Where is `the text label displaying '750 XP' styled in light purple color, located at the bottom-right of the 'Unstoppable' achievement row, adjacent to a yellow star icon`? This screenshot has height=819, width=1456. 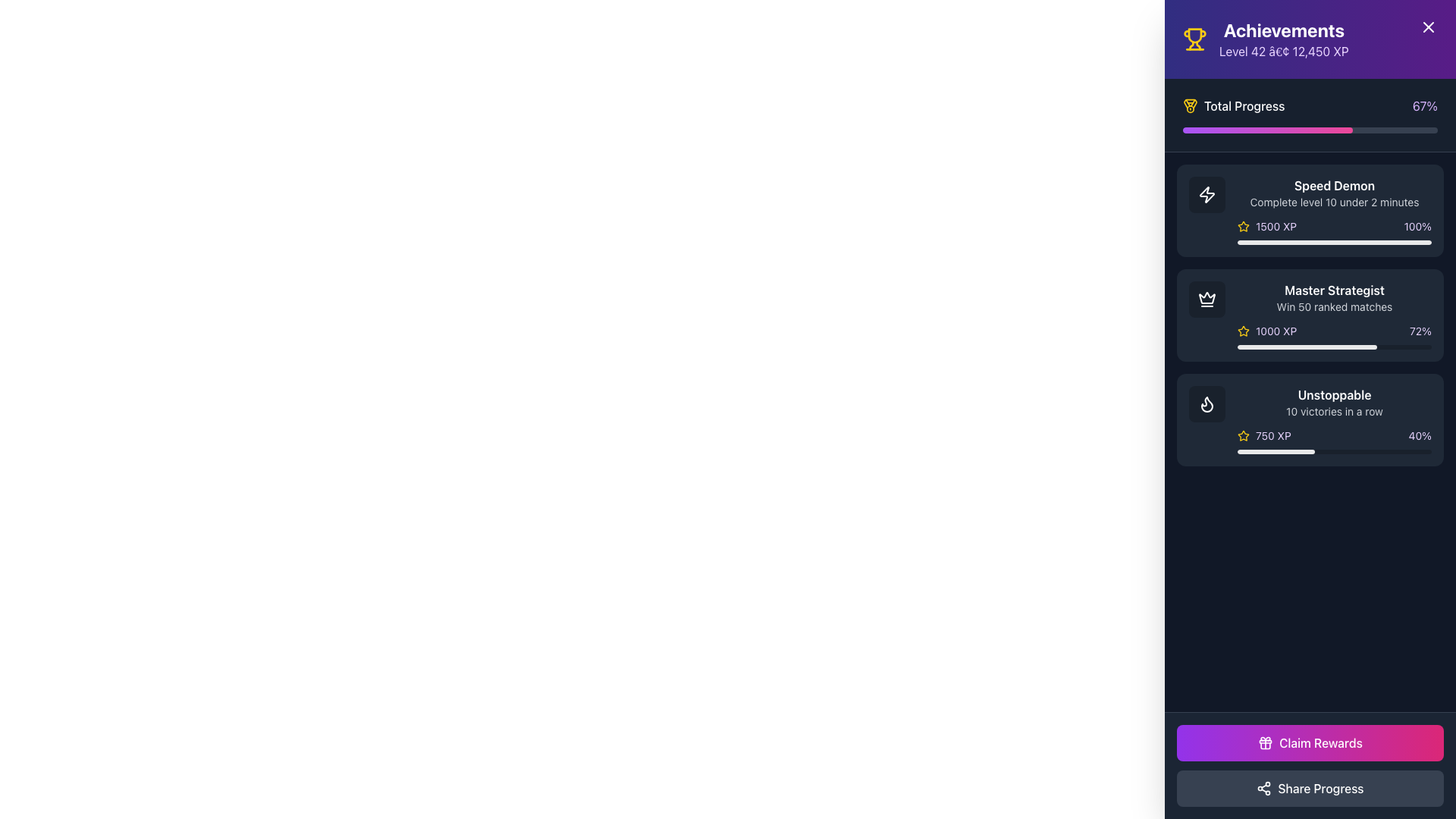
the text label displaying '750 XP' styled in light purple color, located at the bottom-right of the 'Unstoppable' achievement row, adjacent to a yellow star icon is located at coordinates (1273, 435).